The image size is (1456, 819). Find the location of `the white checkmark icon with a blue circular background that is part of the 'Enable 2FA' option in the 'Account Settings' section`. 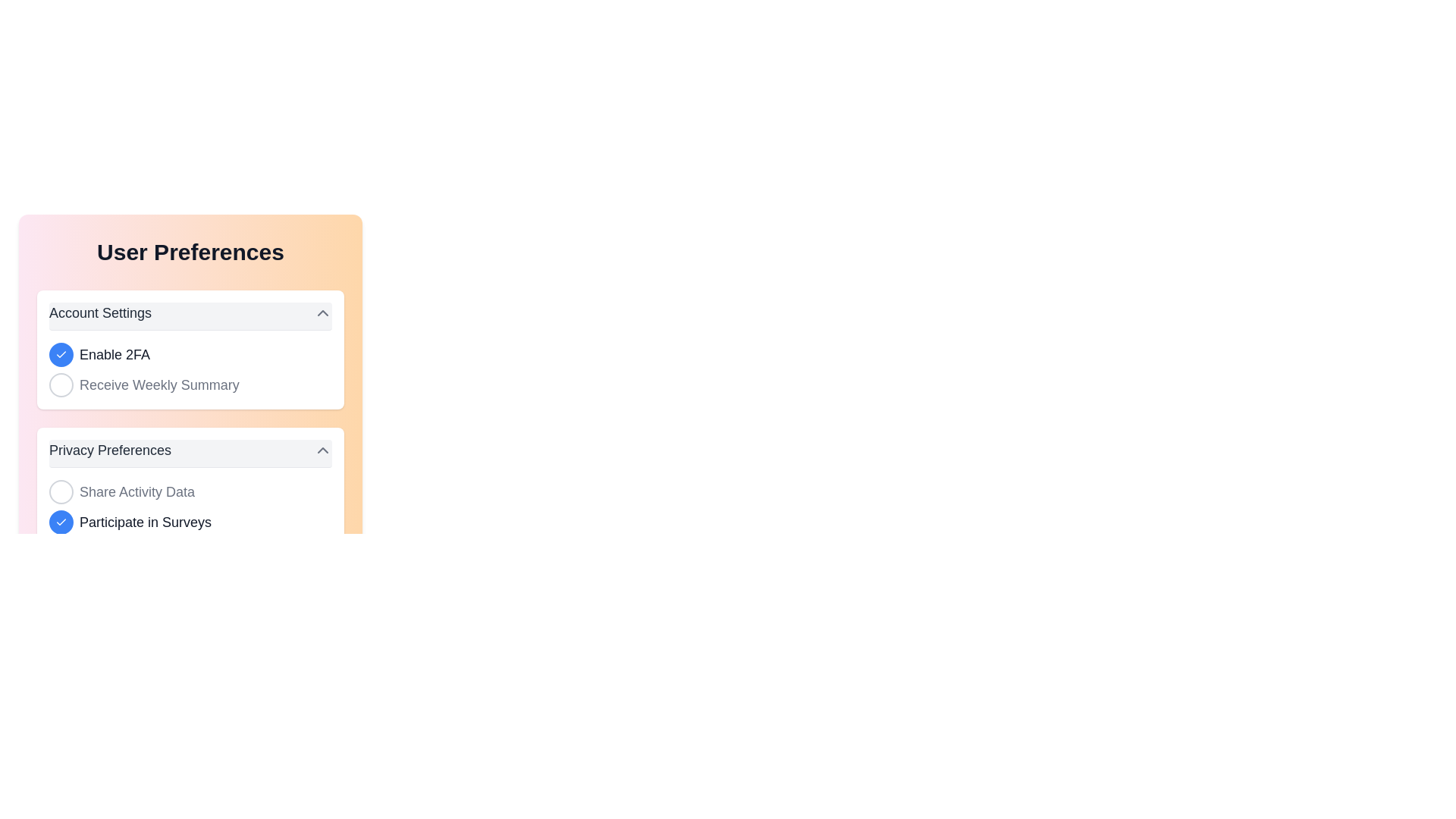

the white checkmark icon with a blue circular background that is part of the 'Enable 2FA' option in the 'Account Settings' section is located at coordinates (61, 354).